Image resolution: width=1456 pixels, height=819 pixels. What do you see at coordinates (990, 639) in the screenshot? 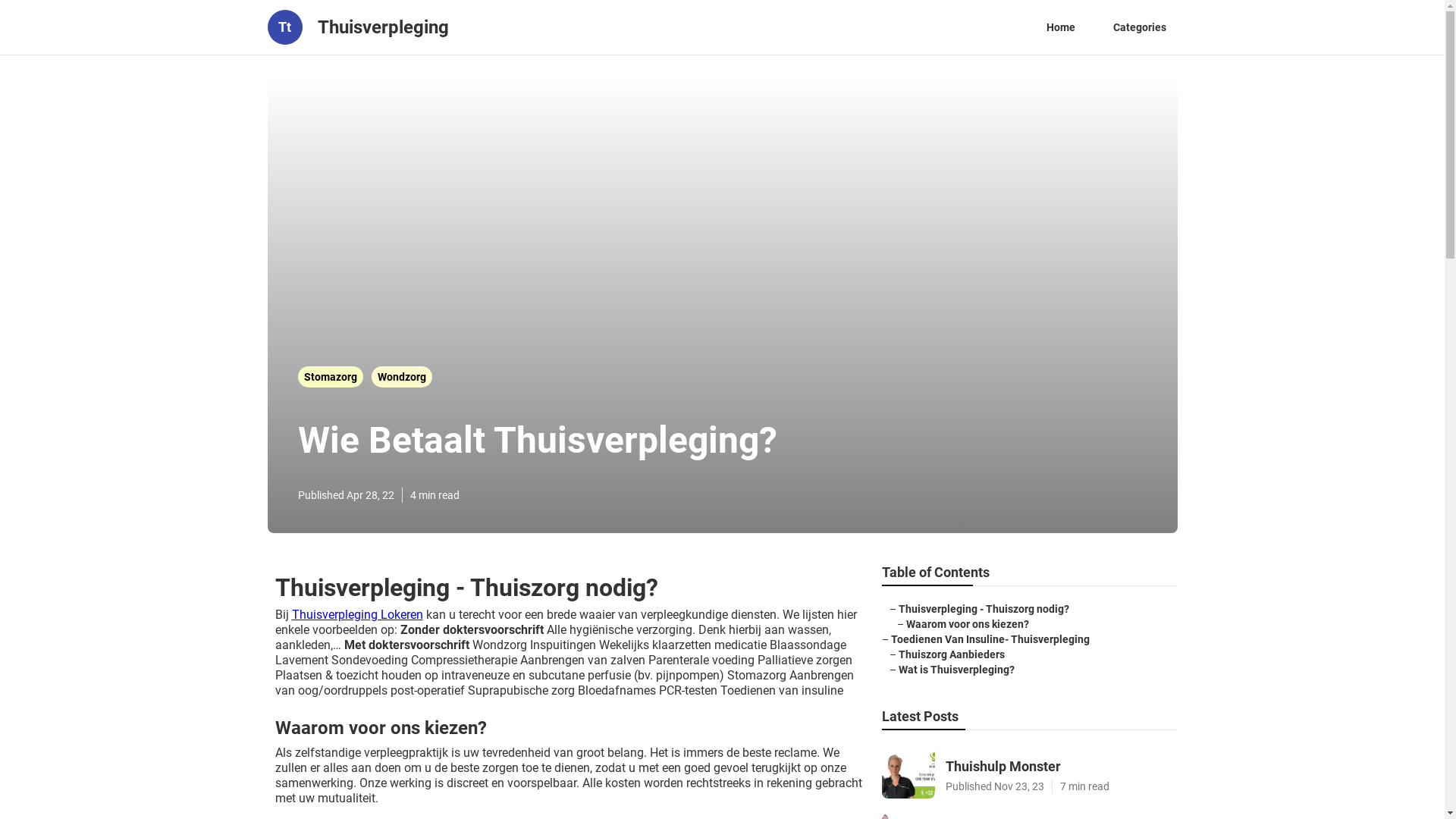
I see `'Toedienen Van Insuline- Thuisverpleging'` at bounding box center [990, 639].